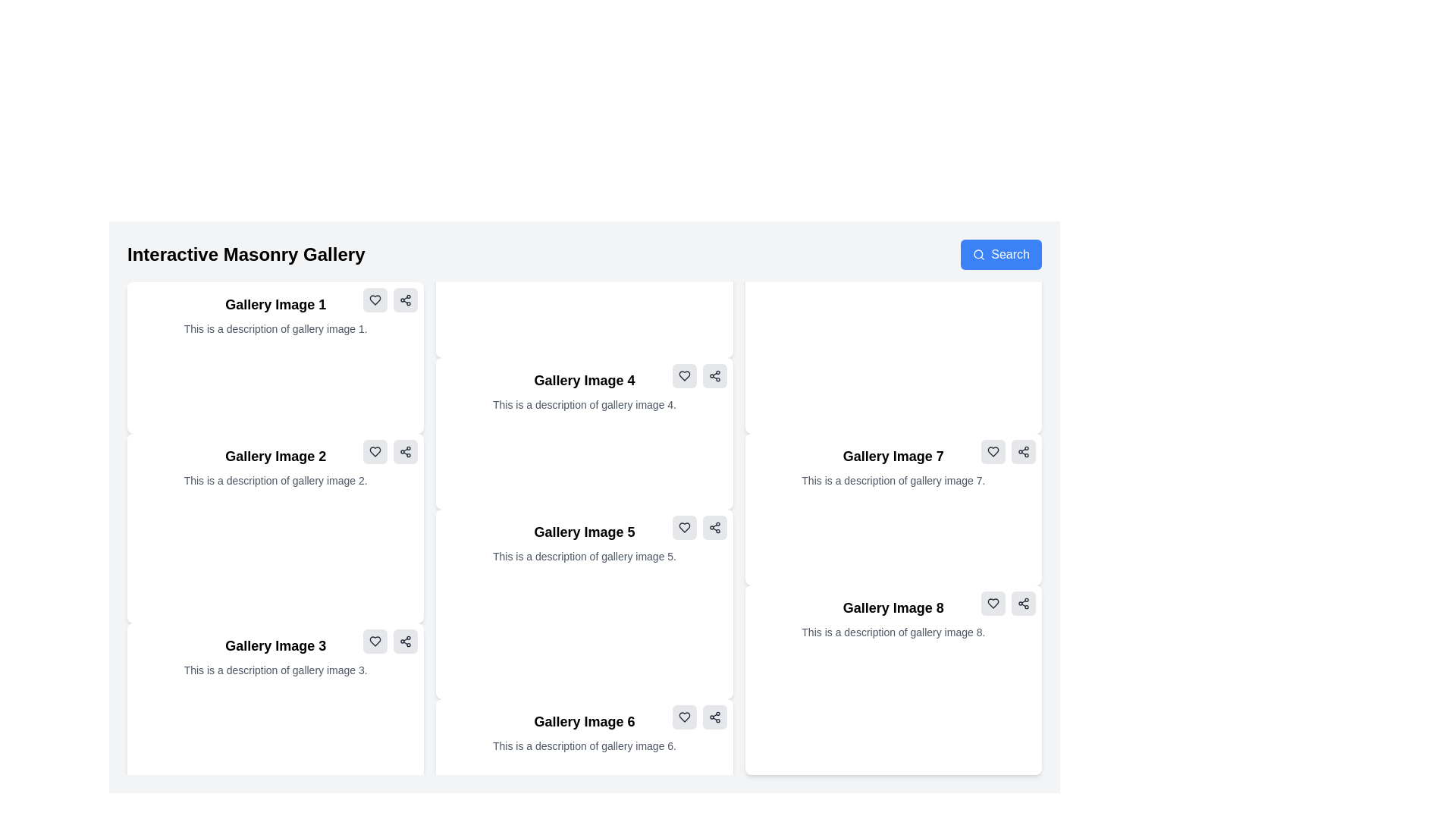  Describe the element at coordinates (893, 632) in the screenshot. I see `text description located beneath the title 'Gallery Image 8' in the rightmost column of the eighth gallery item` at that location.